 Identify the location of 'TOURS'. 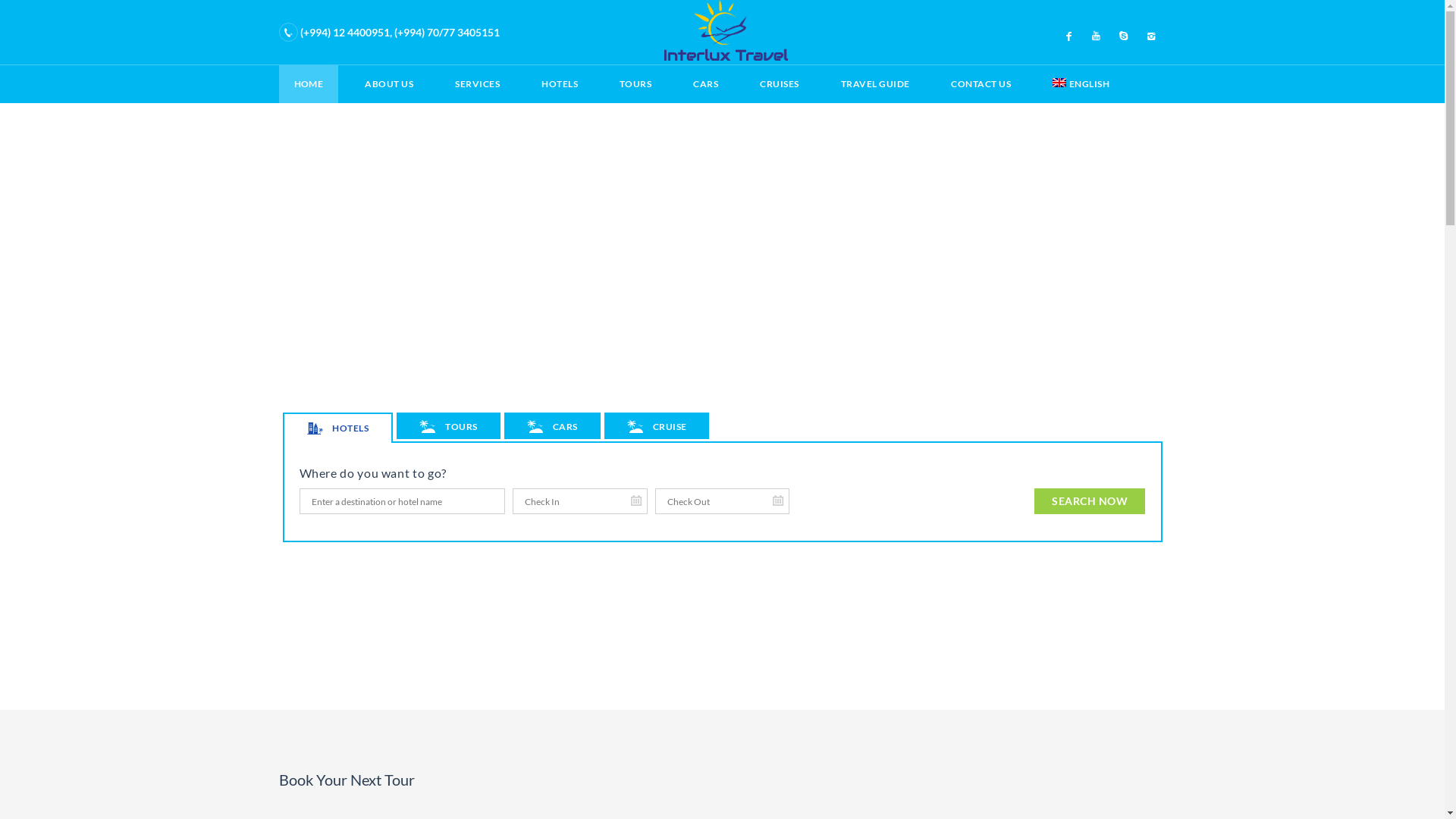
(447, 425).